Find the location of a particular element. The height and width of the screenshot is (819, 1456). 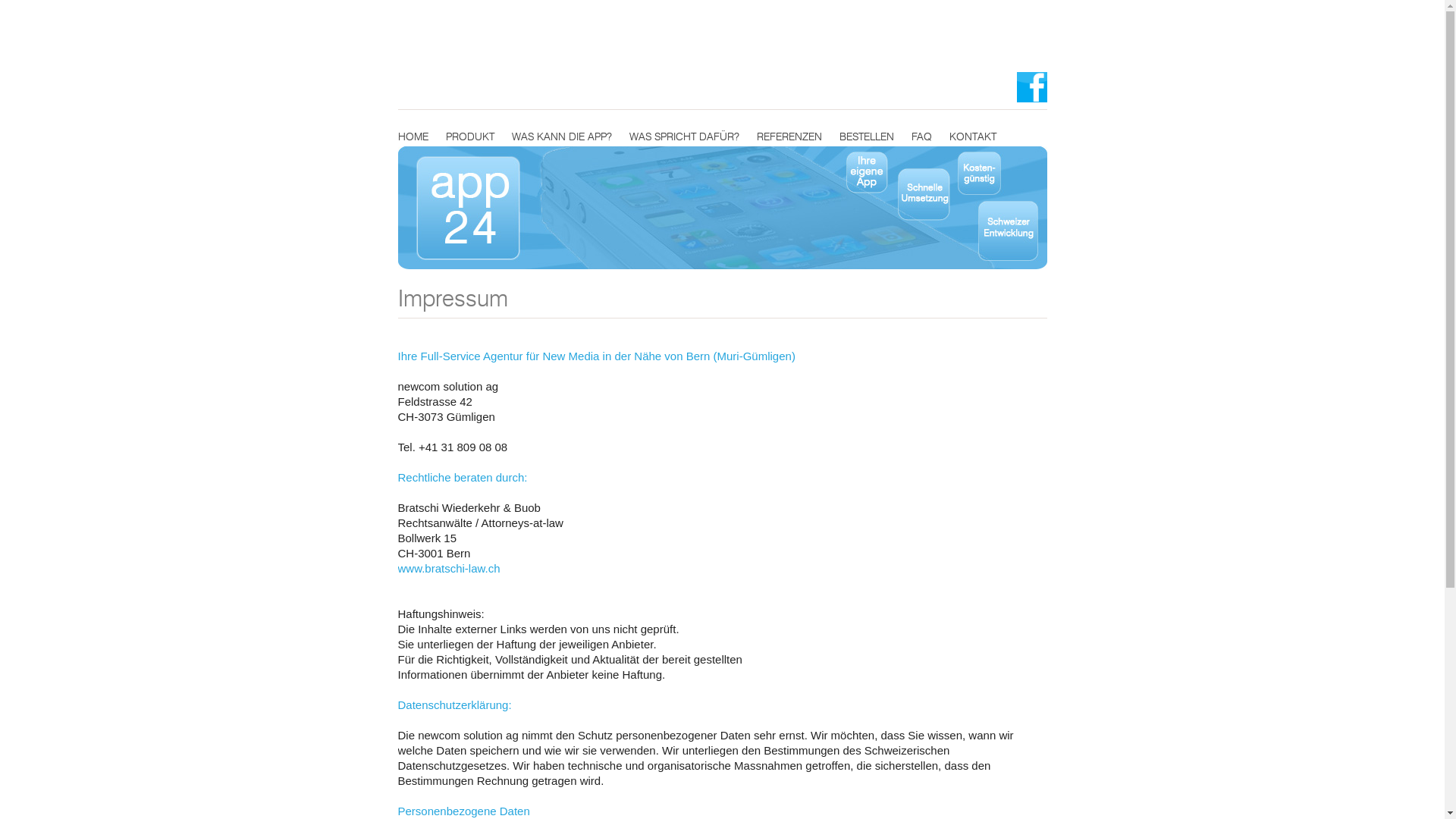

'HOME' is located at coordinates (412, 137).